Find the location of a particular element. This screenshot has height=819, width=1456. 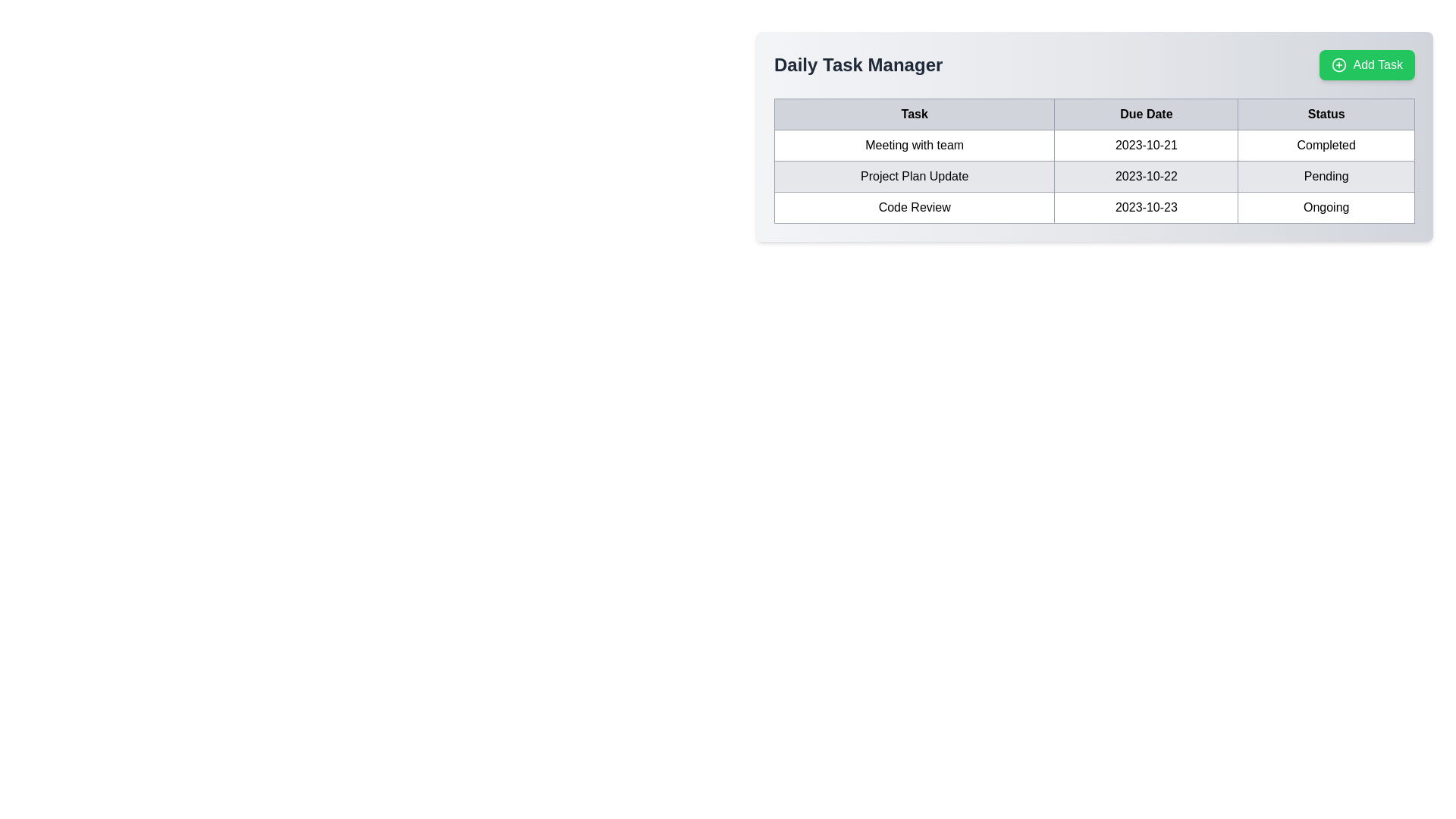

the static text displaying the due date for the 'Project Plan Update' in the second row under the 'Due Date' column is located at coordinates (1146, 175).